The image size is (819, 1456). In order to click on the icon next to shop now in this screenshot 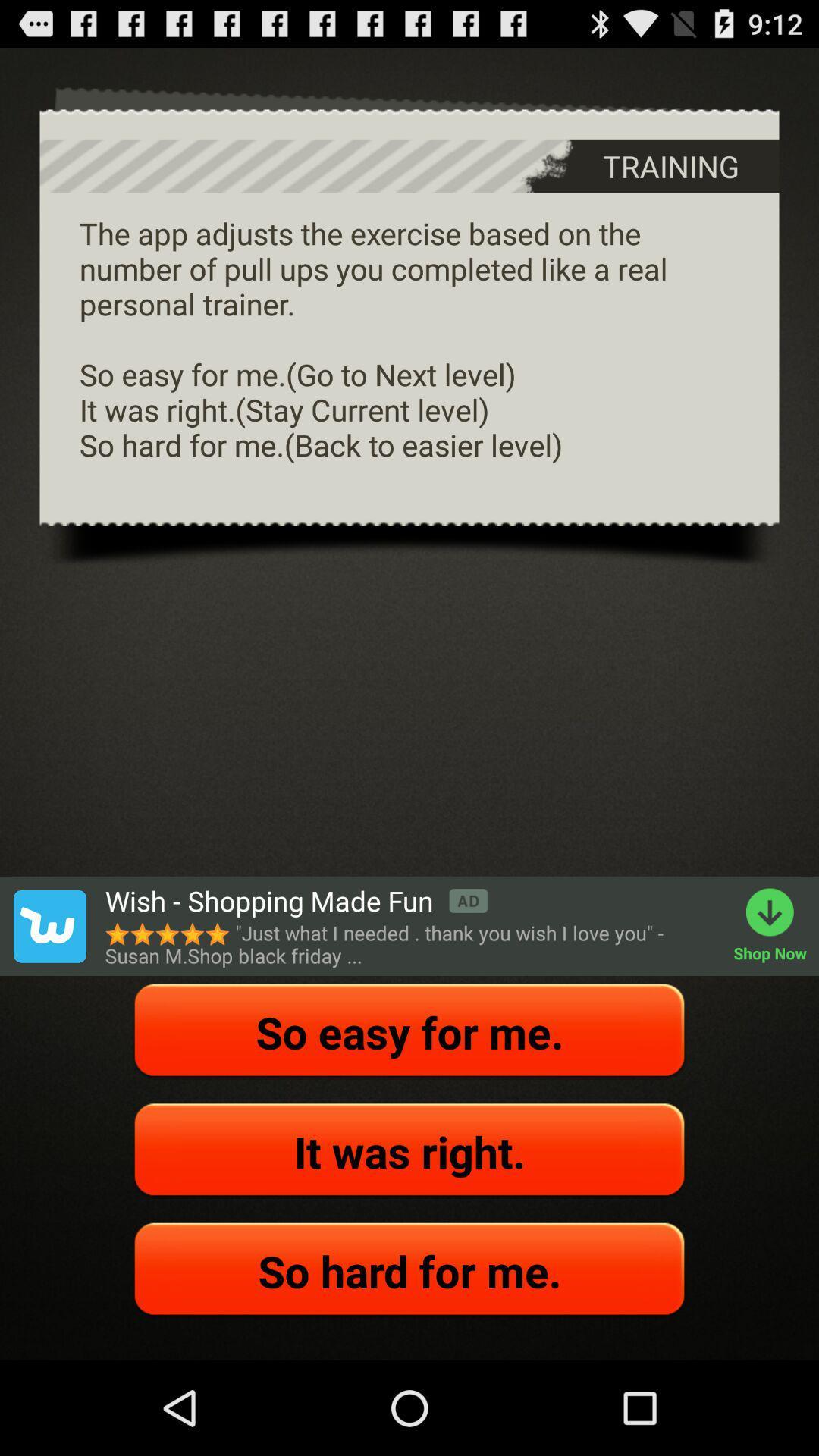, I will do `click(296, 901)`.